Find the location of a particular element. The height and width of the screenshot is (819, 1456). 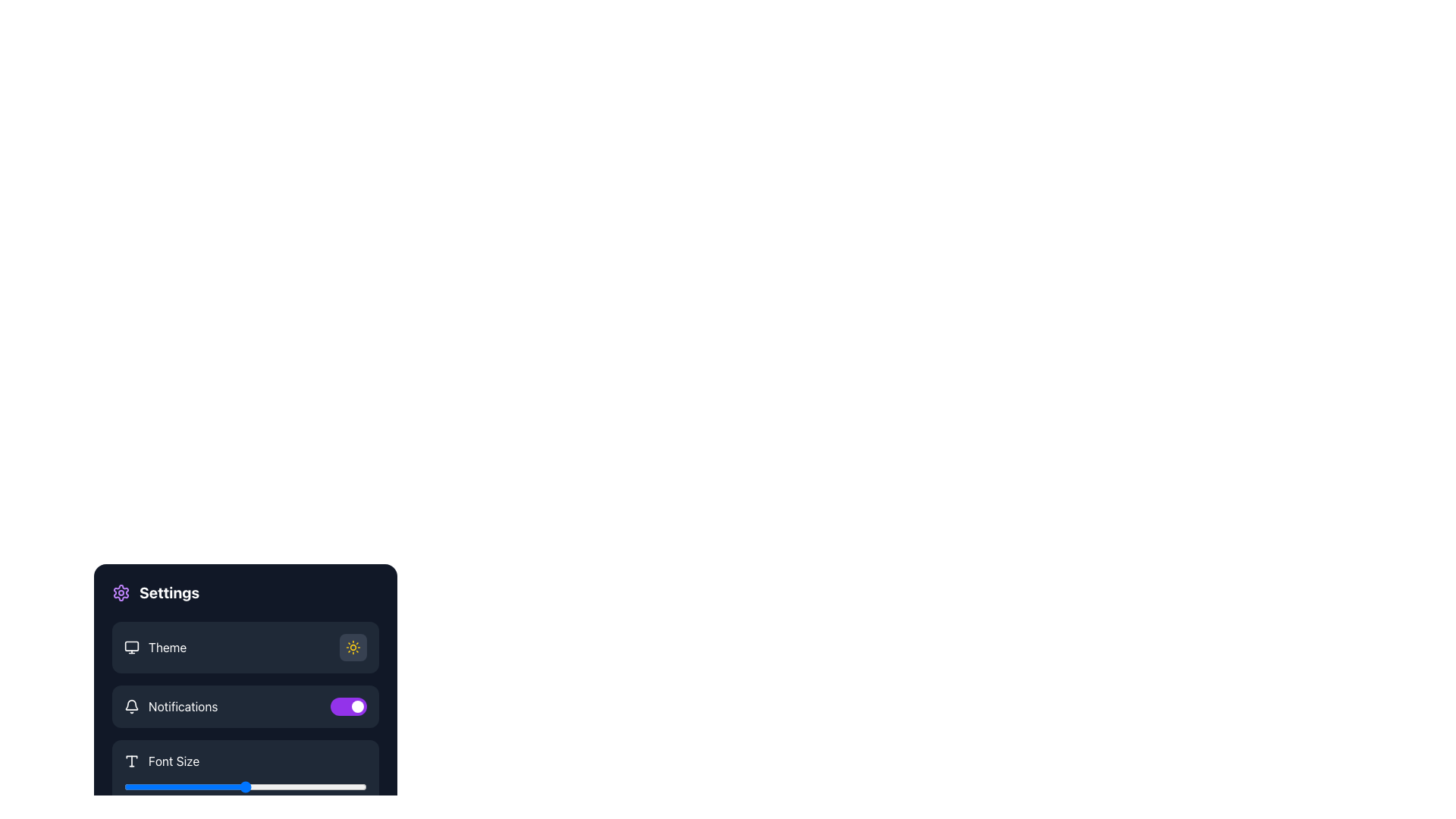

the font size is located at coordinates (158, 786).